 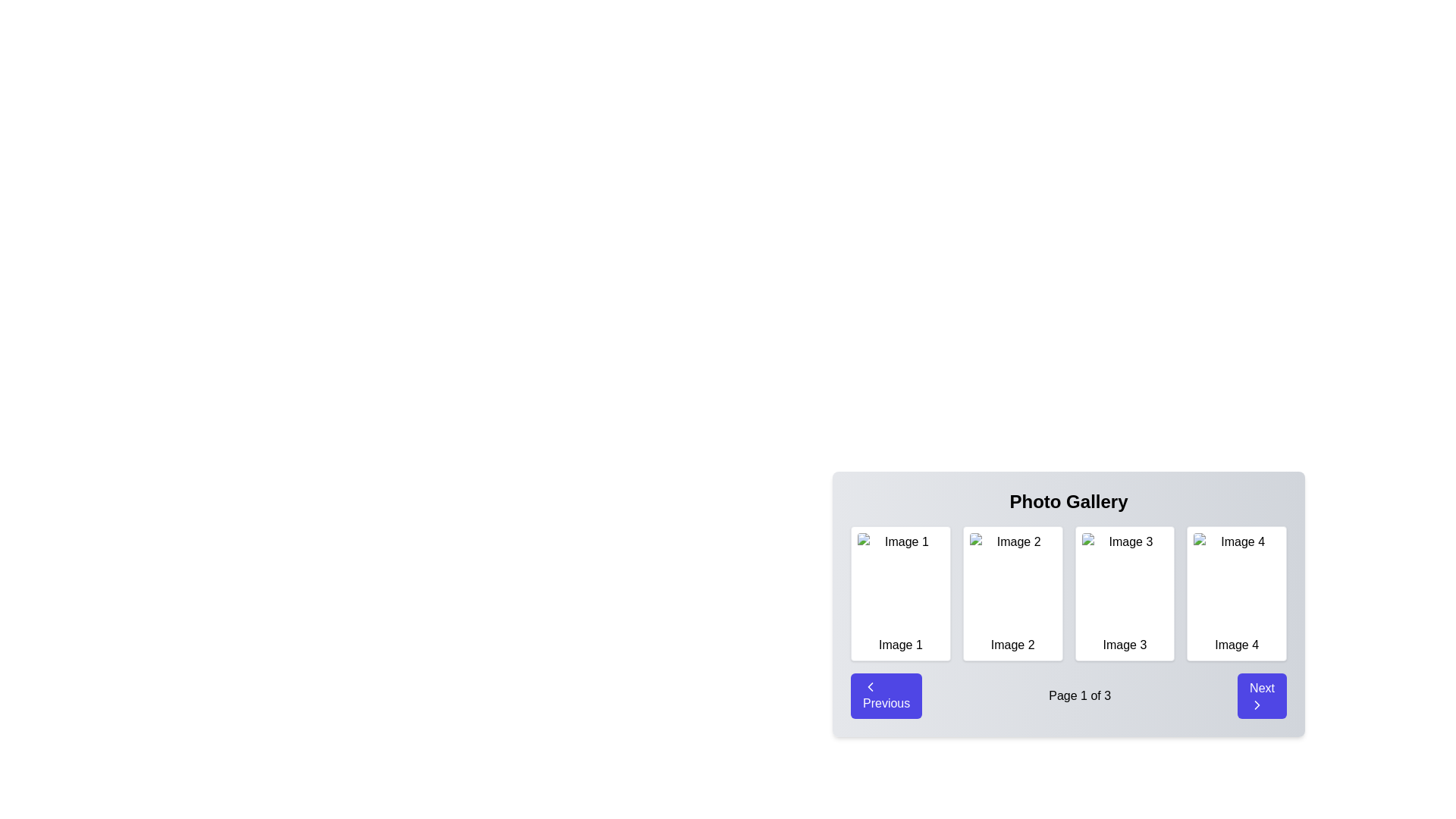 I want to click on the static text label located at the bottom of the second card from the left in the photo gallery layout, which serves as a description for 'Image 2', so click(x=1012, y=645).